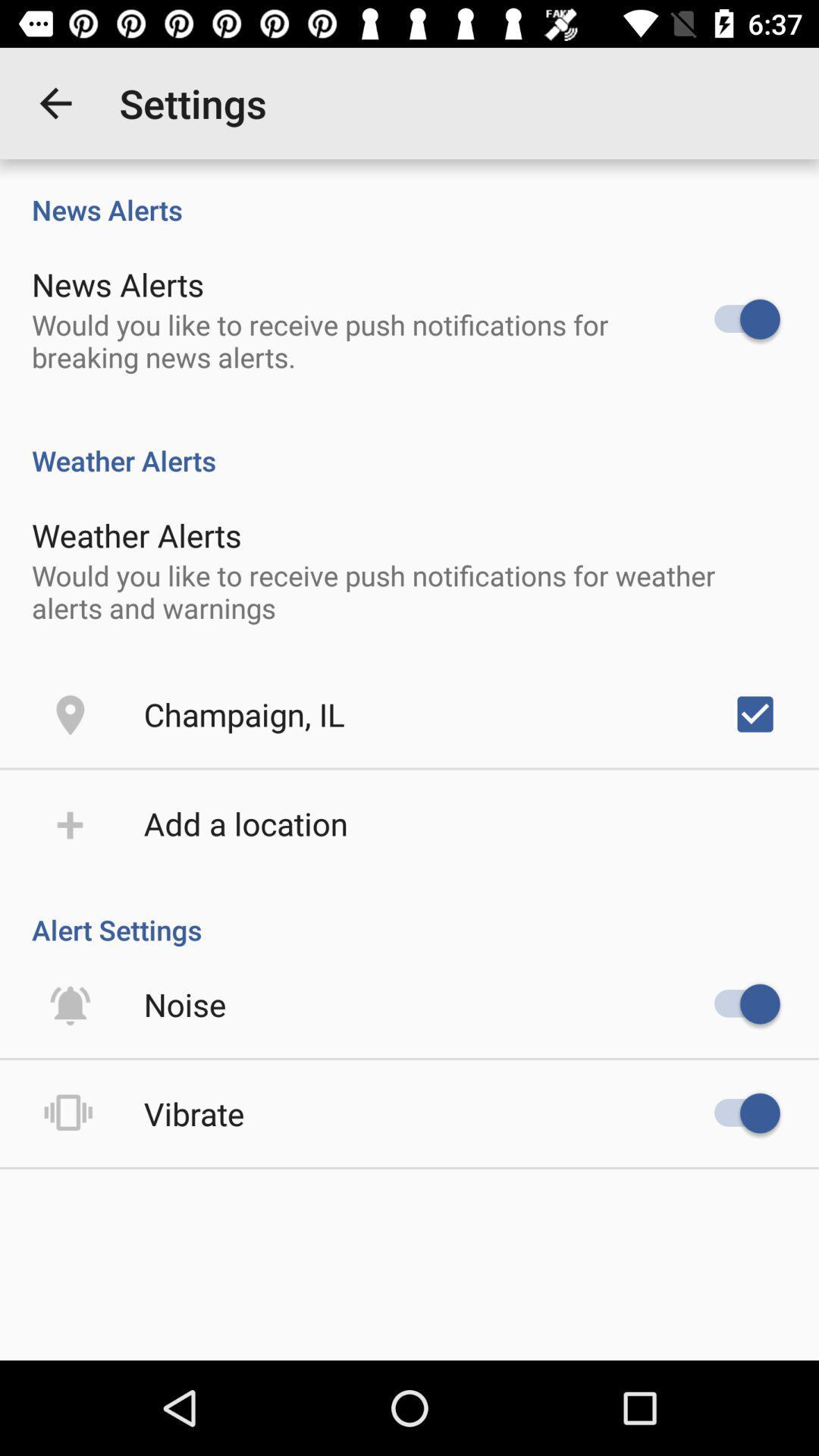 The width and height of the screenshot is (819, 1456). Describe the element at coordinates (184, 1004) in the screenshot. I see `the icon above the vibrate` at that location.